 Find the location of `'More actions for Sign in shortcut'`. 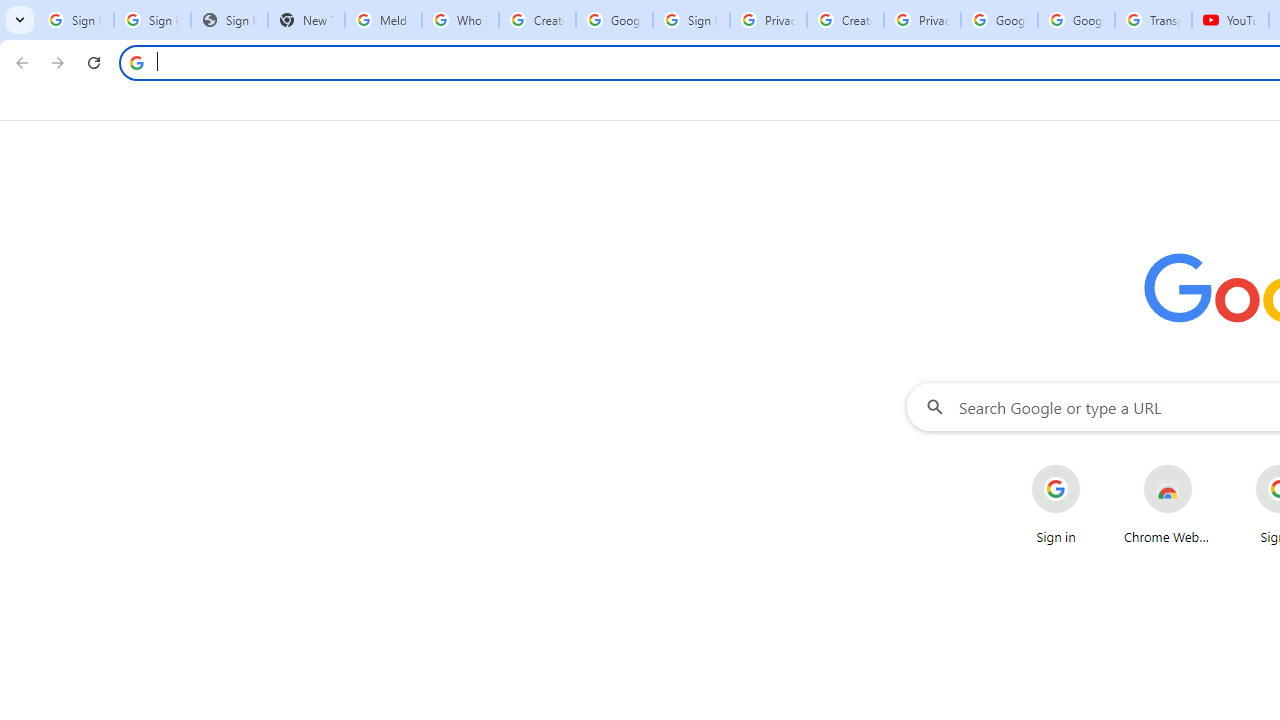

'More actions for Sign in shortcut' is located at coordinates (1094, 466).